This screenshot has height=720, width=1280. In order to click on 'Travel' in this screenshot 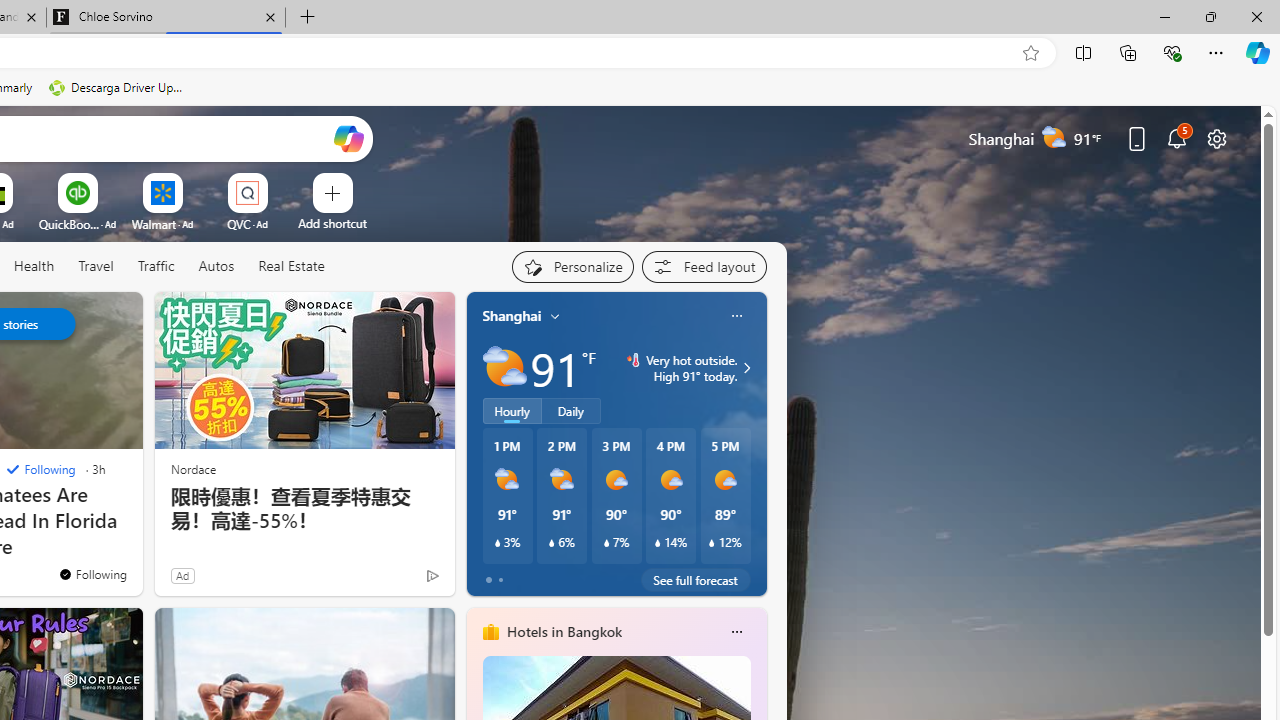, I will do `click(95, 266)`.